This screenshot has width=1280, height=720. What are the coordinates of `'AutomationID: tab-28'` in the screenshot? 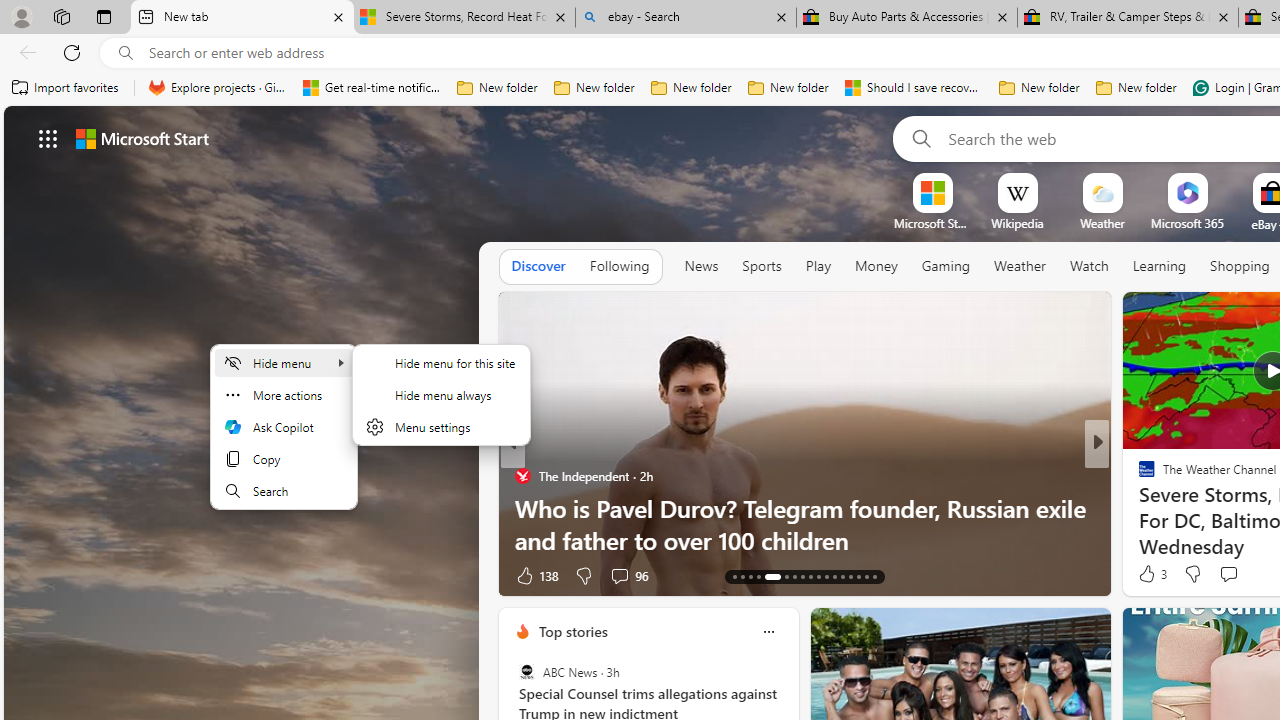 It's located at (865, 577).